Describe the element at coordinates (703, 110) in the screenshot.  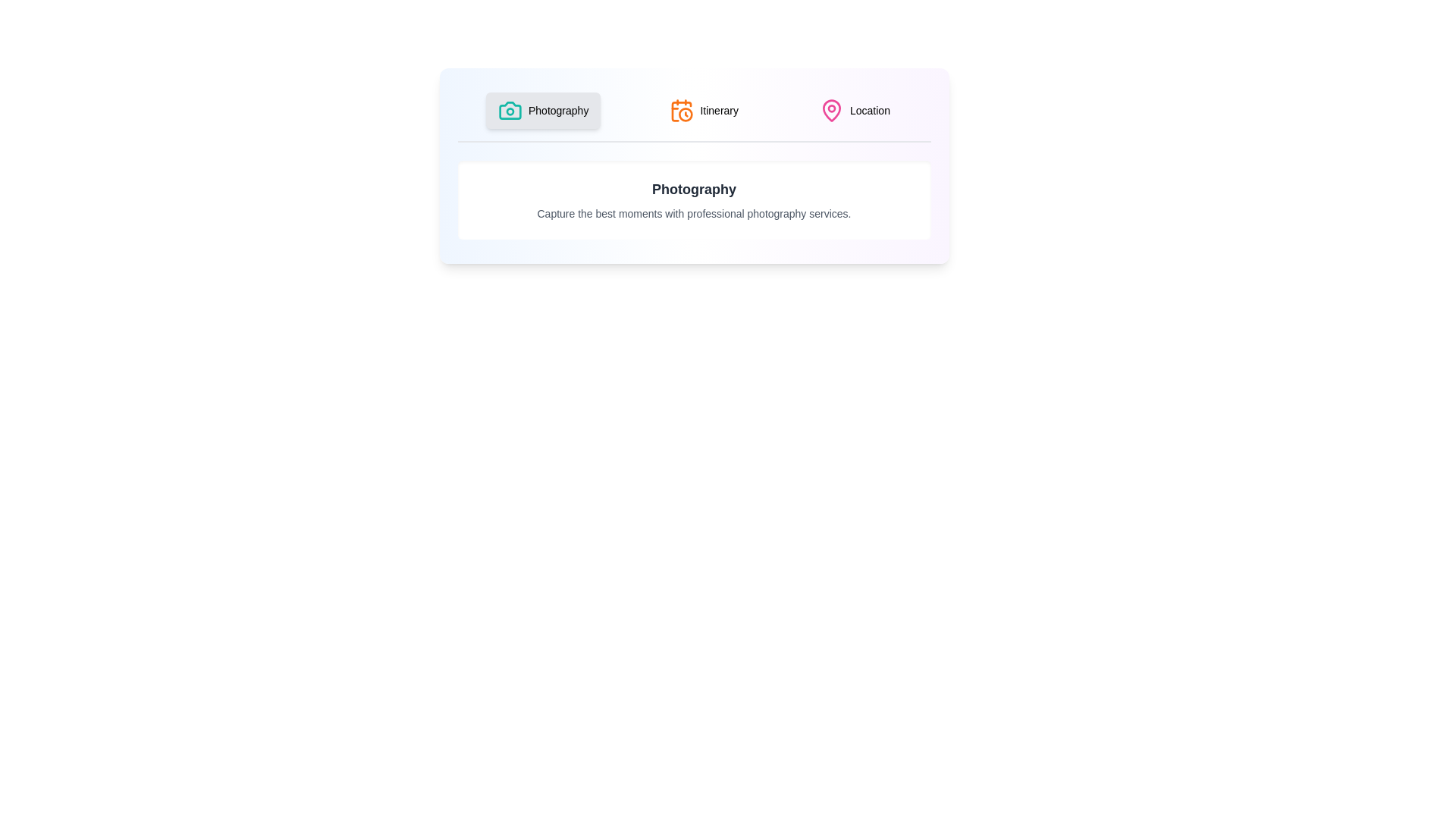
I see `the 'Itinerary' tab to activate it` at that location.